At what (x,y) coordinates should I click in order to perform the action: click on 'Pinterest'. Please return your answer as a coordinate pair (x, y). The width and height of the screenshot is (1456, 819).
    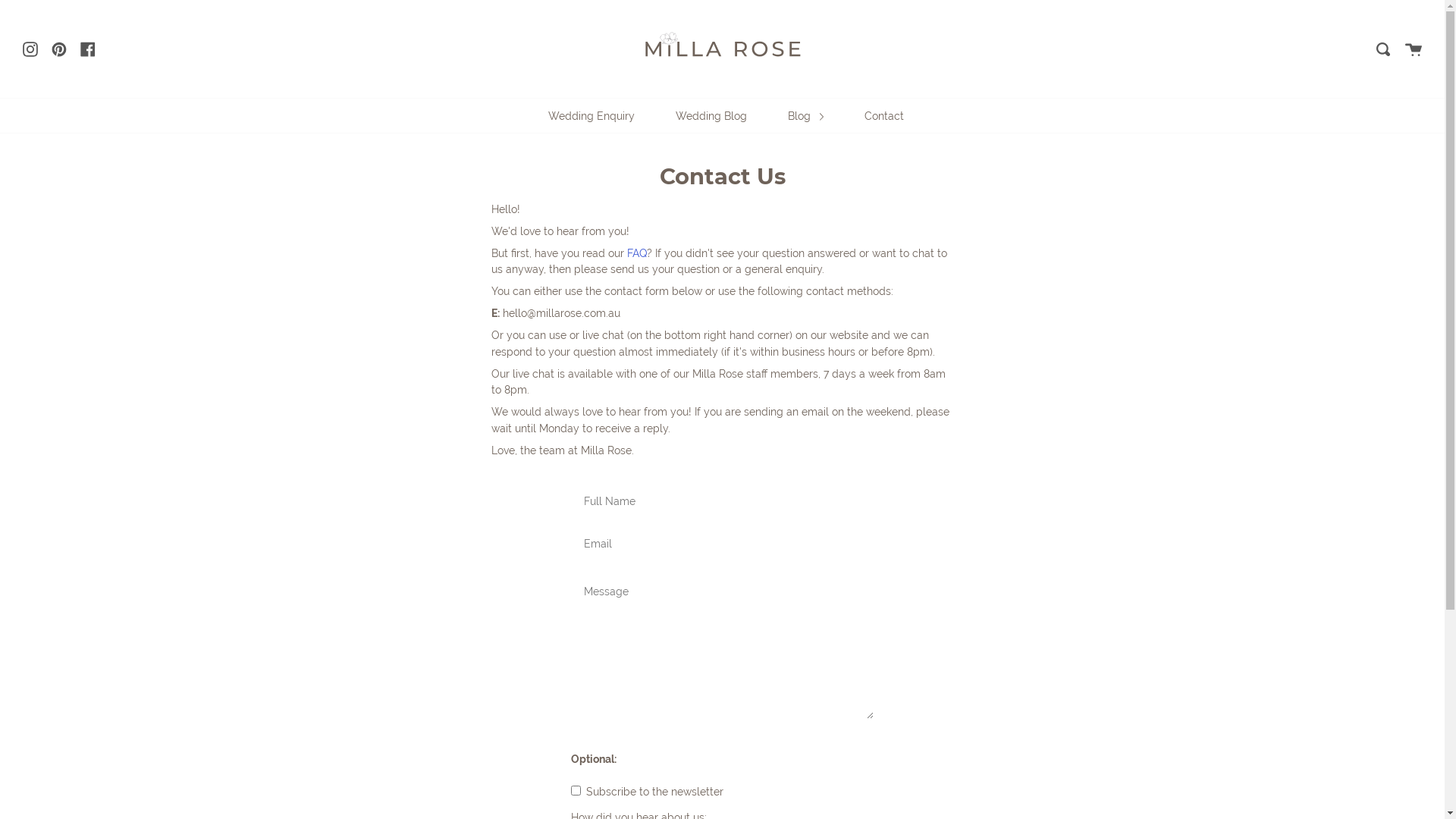
    Looking at the image, I should click on (58, 48).